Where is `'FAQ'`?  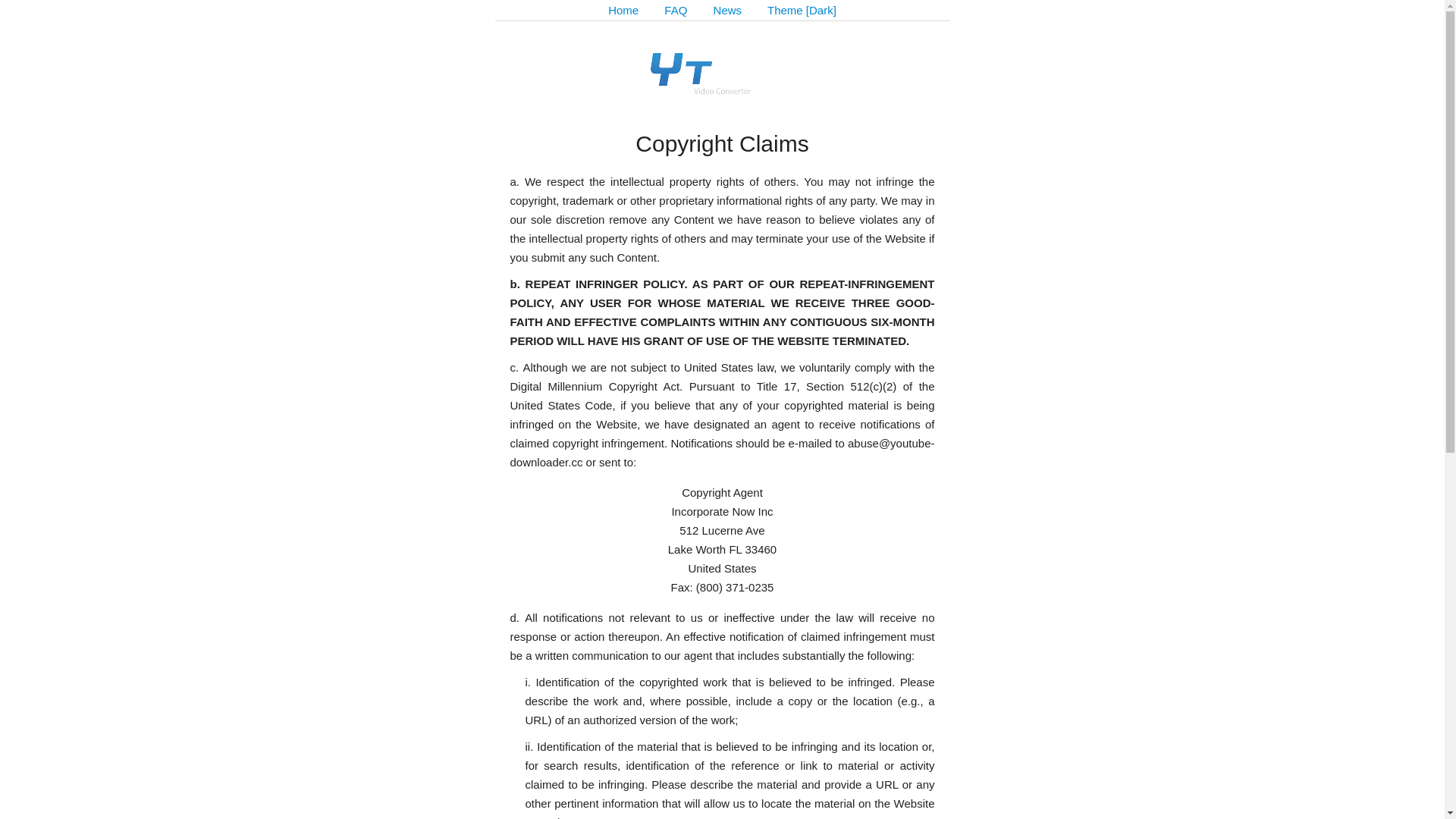
'FAQ' is located at coordinates (675, 10).